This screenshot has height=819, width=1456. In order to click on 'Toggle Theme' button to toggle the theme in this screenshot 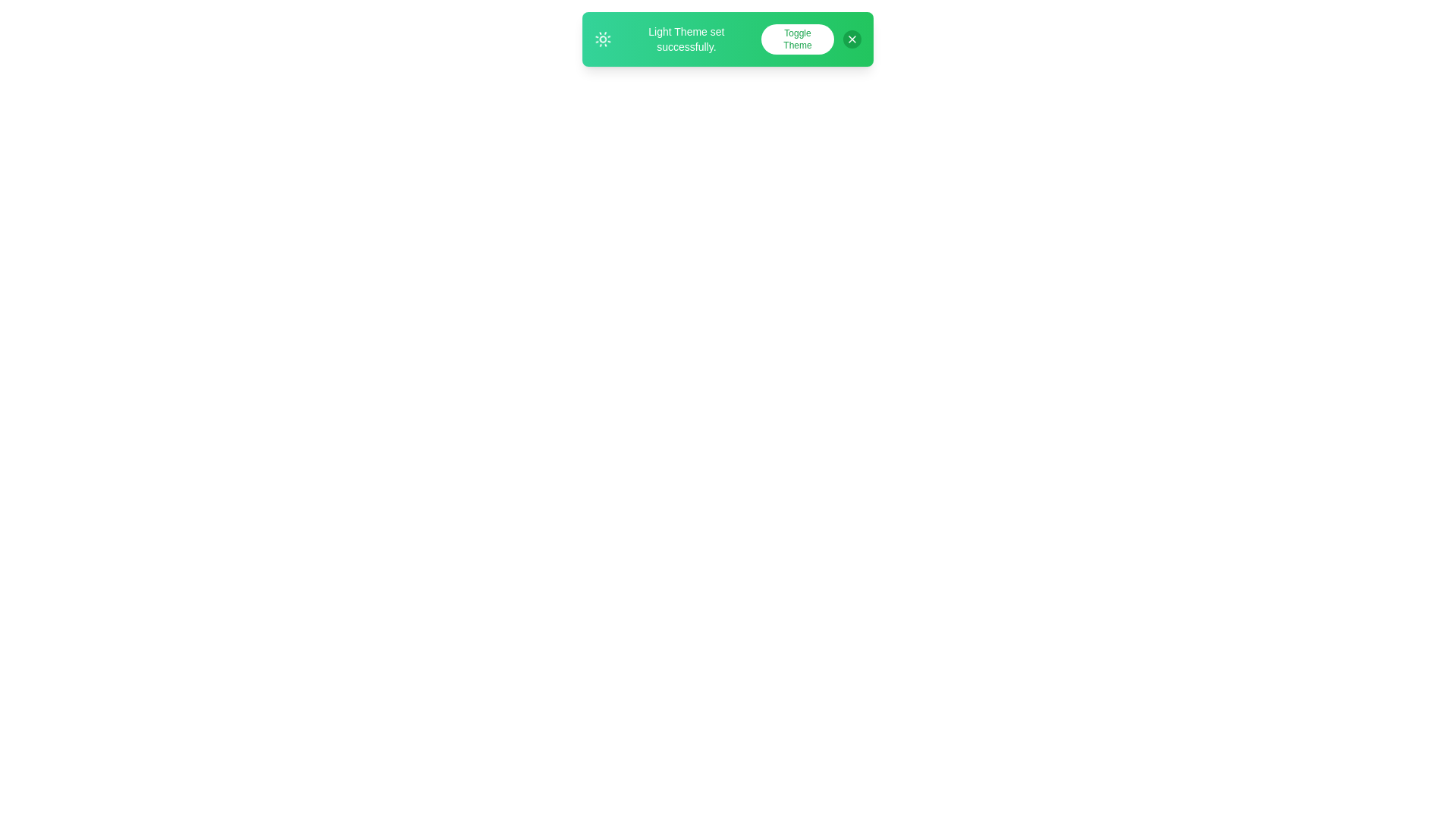, I will do `click(796, 38)`.